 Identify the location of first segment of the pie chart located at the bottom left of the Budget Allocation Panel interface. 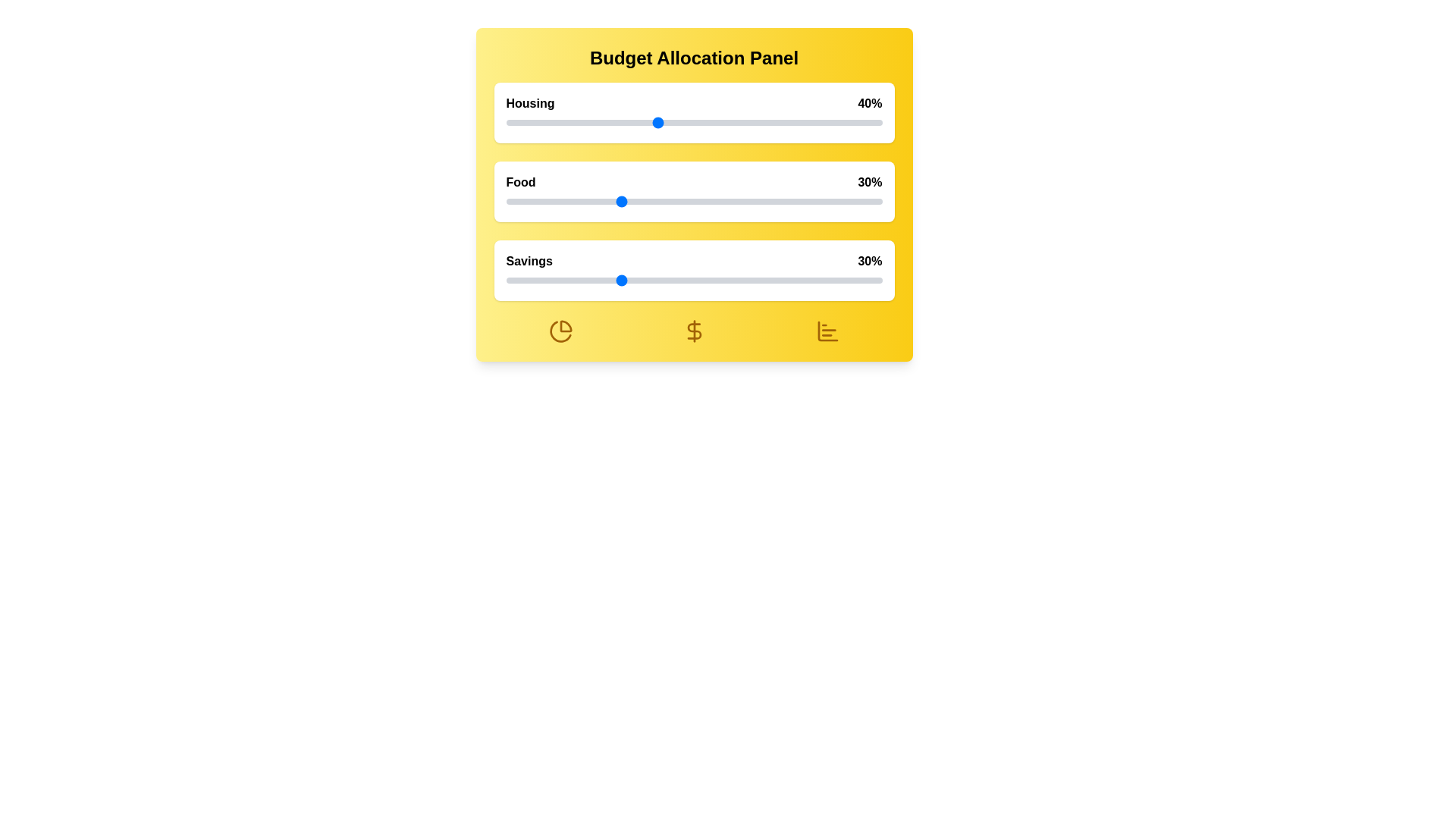
(565, 325).